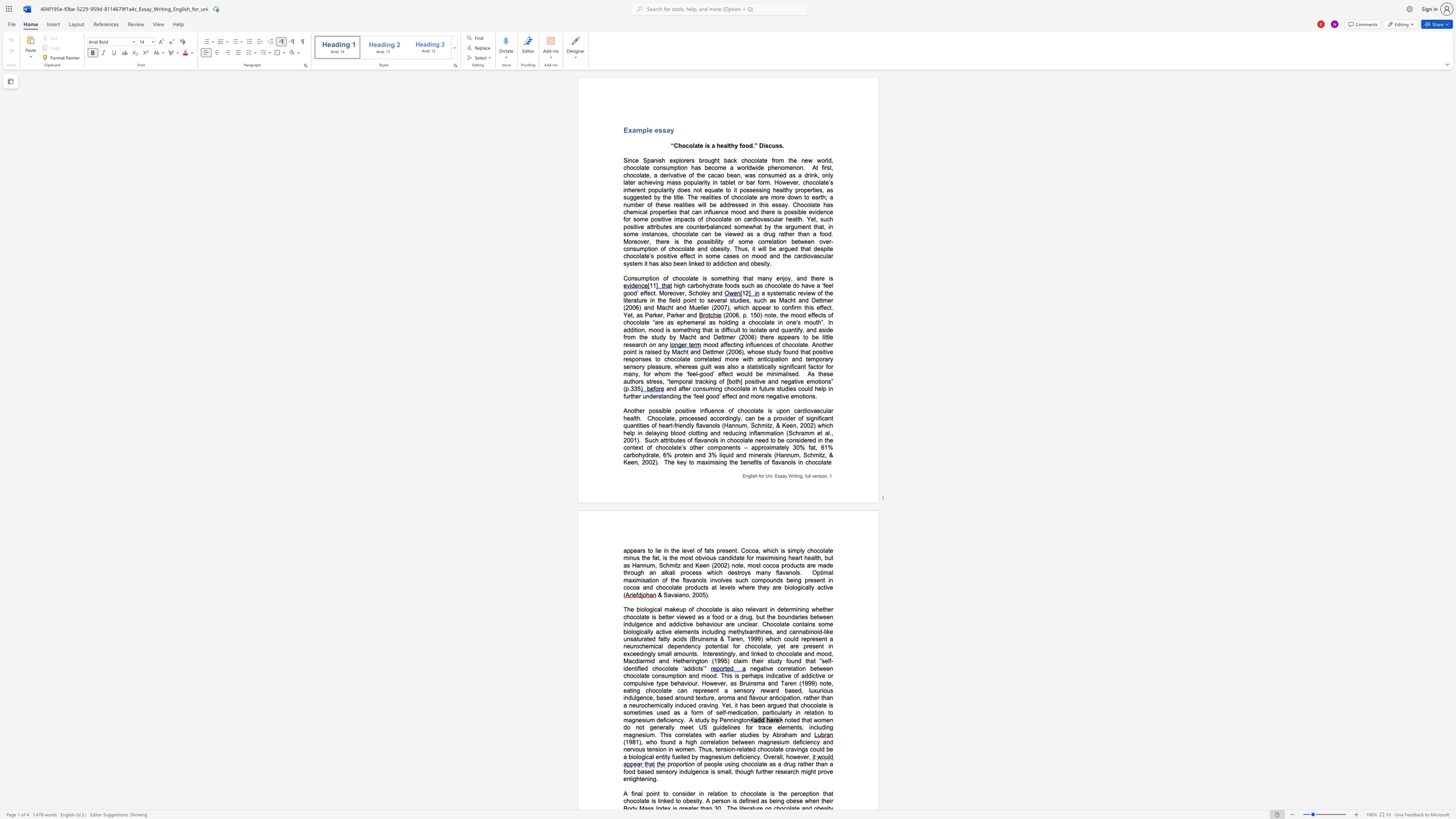 The height and width of the screenshot is (819, 1456). I want to click on the subset text "2005)." within the text "& Savaiano, 2005).", so click(692, 594).